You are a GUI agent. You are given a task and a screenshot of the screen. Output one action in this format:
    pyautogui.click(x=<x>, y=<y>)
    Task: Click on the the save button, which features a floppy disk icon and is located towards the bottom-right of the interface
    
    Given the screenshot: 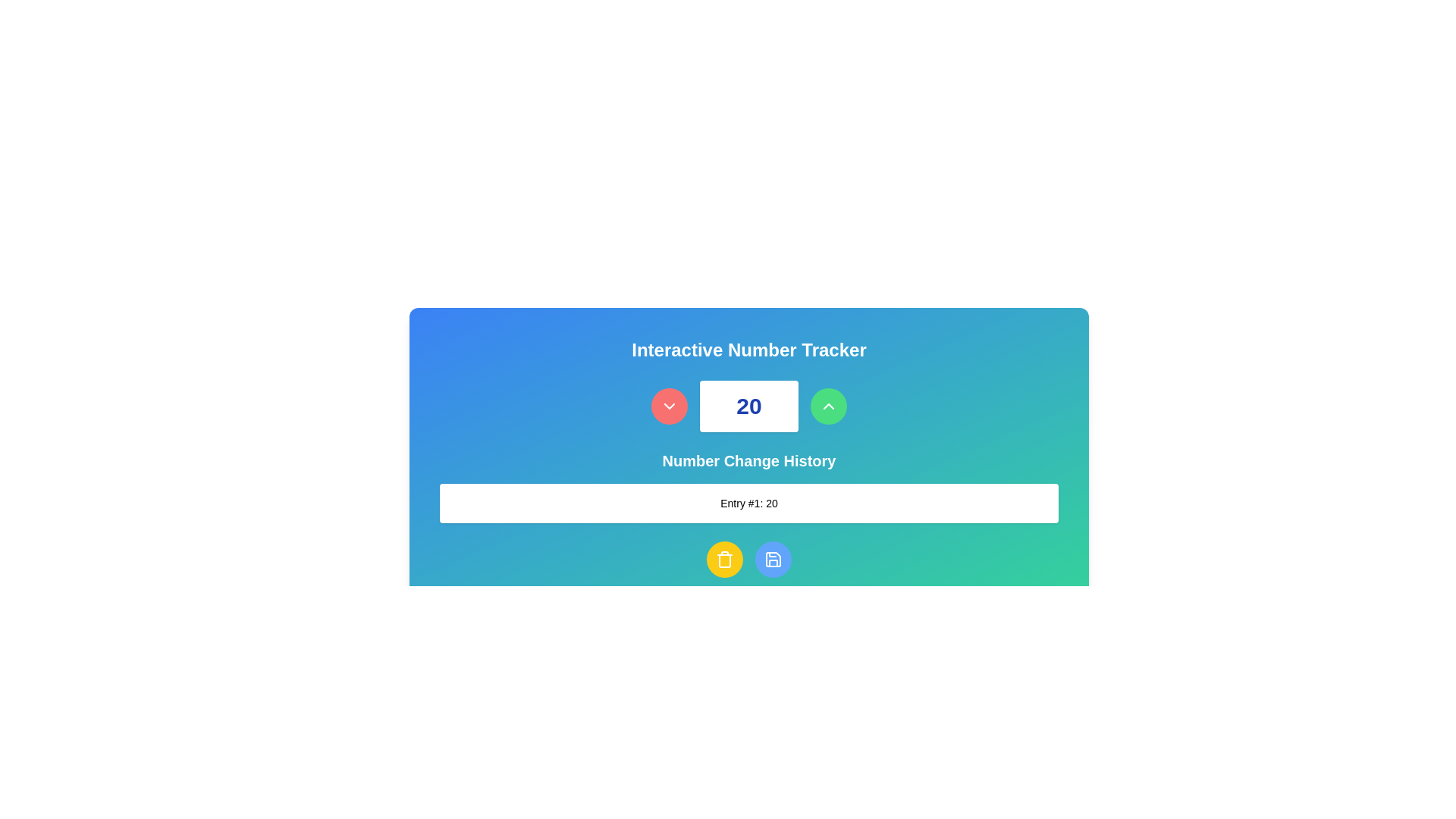 What is the action you would take?
    pyautogui.click(x=773, y=559)
    